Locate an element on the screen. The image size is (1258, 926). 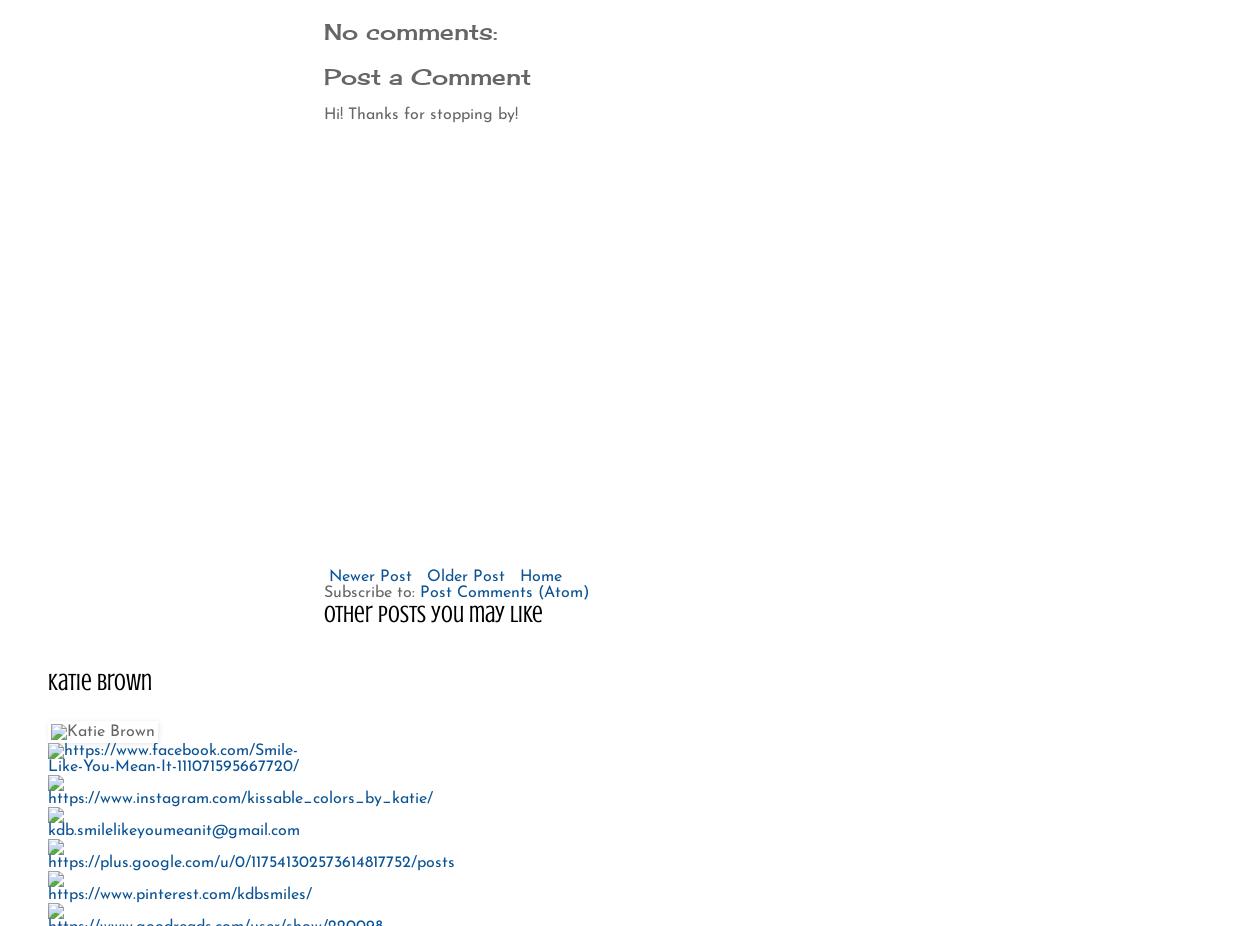
'Subscribe to:' is located at coordinates (323, 590).